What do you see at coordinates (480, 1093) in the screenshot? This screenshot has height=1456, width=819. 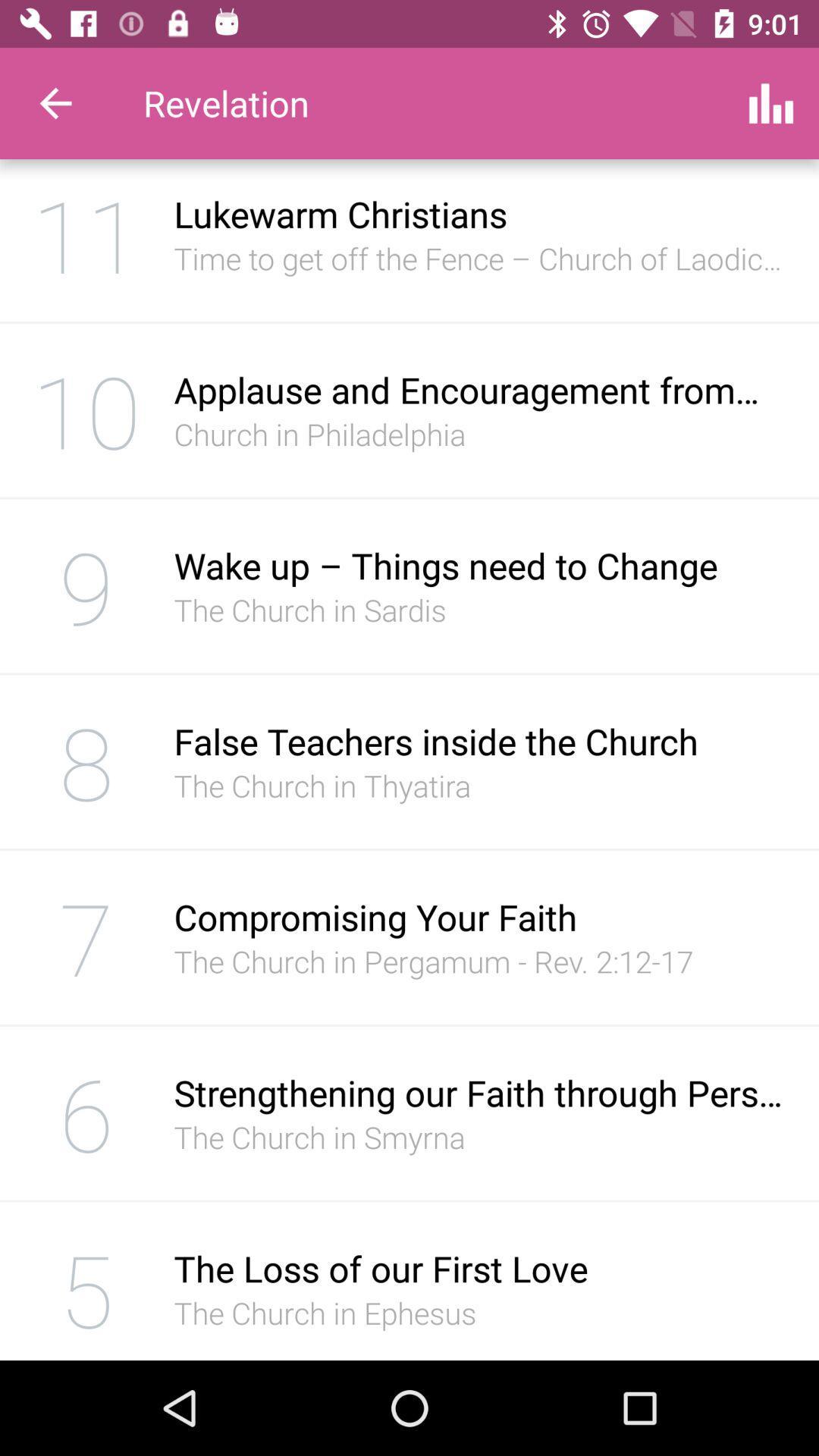 I see `the strengthening our faith icon` at bounding box center [480, 1093].